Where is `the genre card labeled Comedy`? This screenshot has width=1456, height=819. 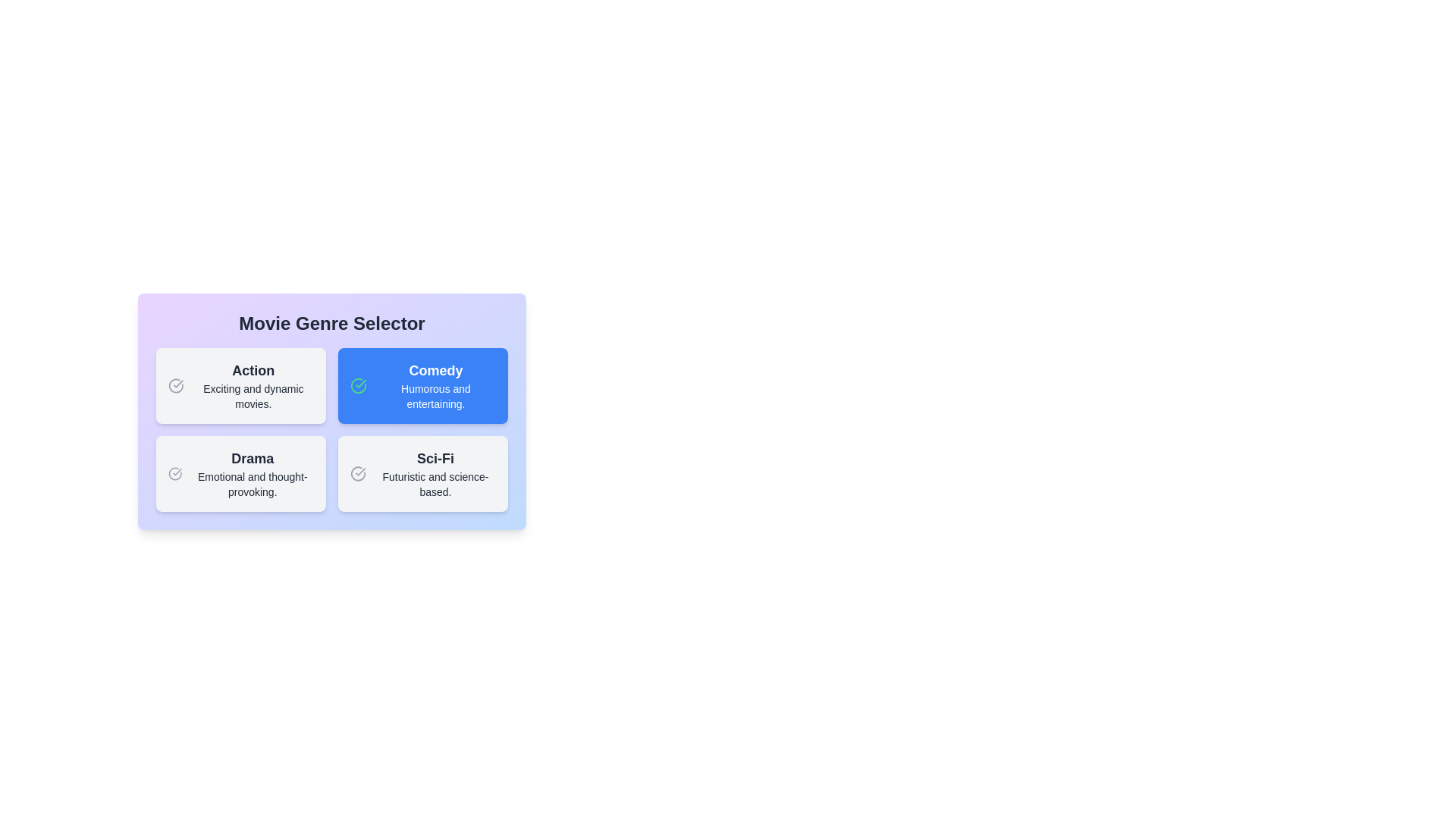
the genre card labeled Comedy is located at coordinates (422, 385).